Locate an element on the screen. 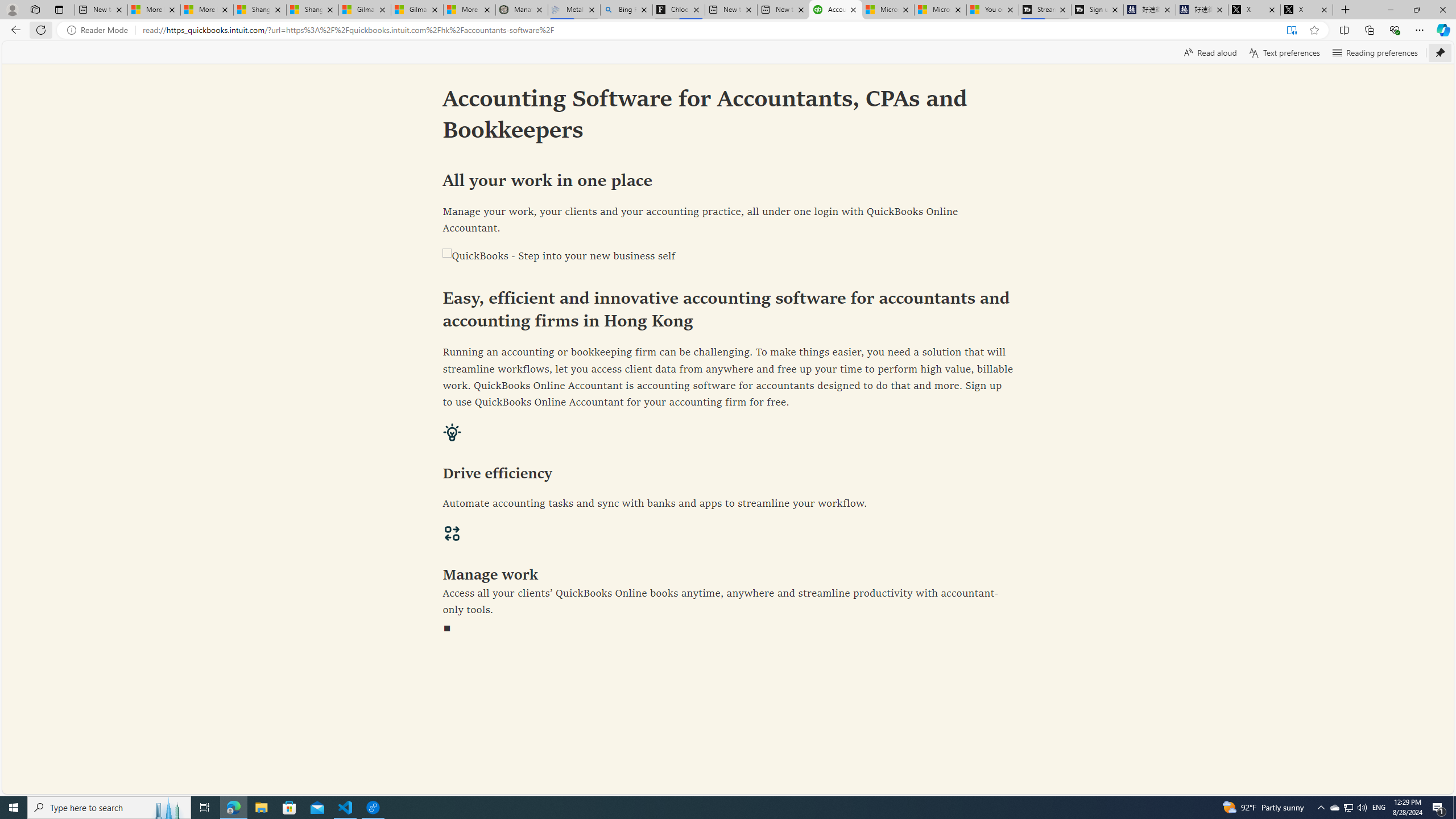 This screenshot has height=819, width=1456. 'Unpin toolbar' is located at coordinates (1440, 52).